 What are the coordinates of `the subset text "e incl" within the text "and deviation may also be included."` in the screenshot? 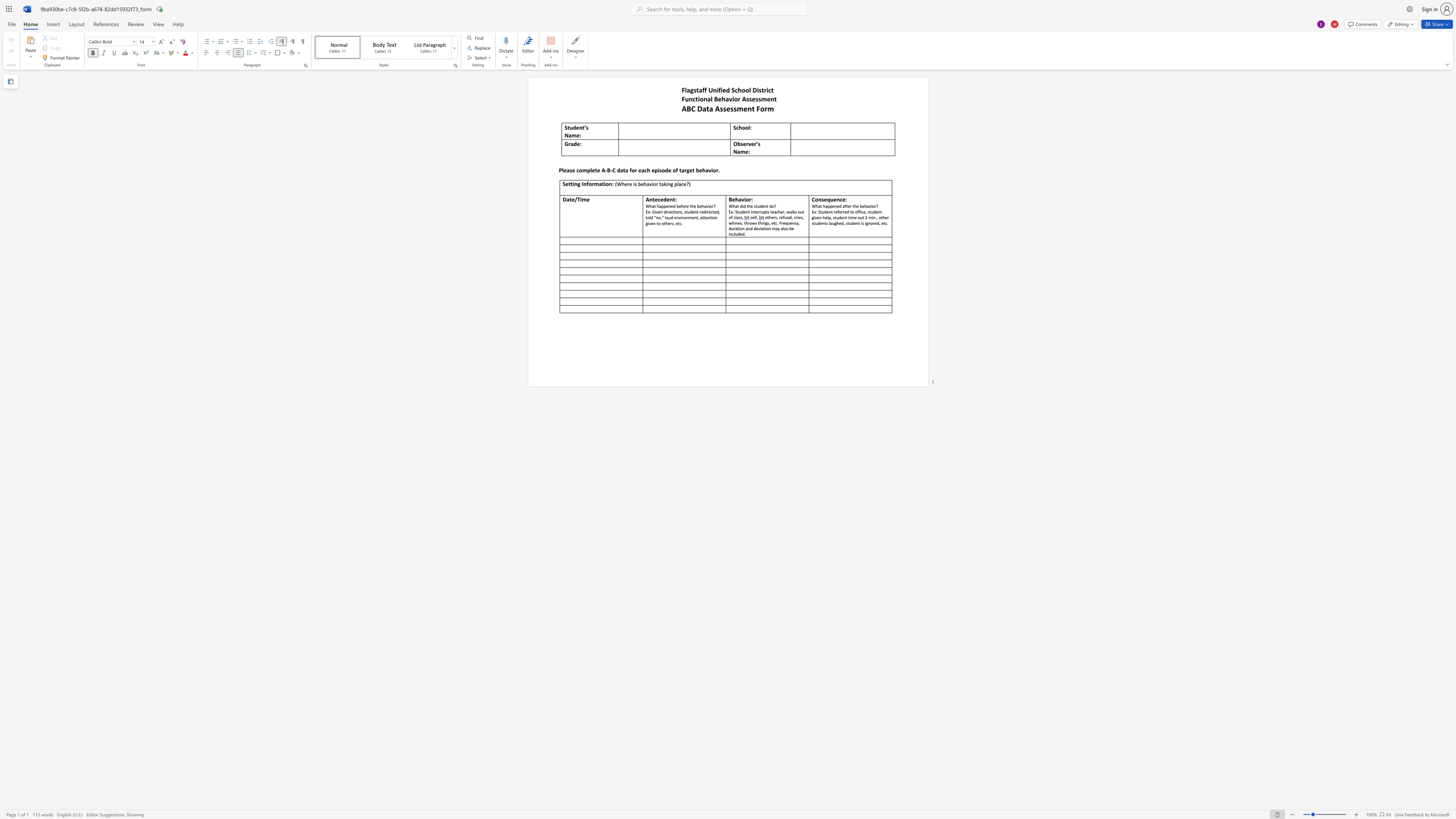 It's located at (791, 228).